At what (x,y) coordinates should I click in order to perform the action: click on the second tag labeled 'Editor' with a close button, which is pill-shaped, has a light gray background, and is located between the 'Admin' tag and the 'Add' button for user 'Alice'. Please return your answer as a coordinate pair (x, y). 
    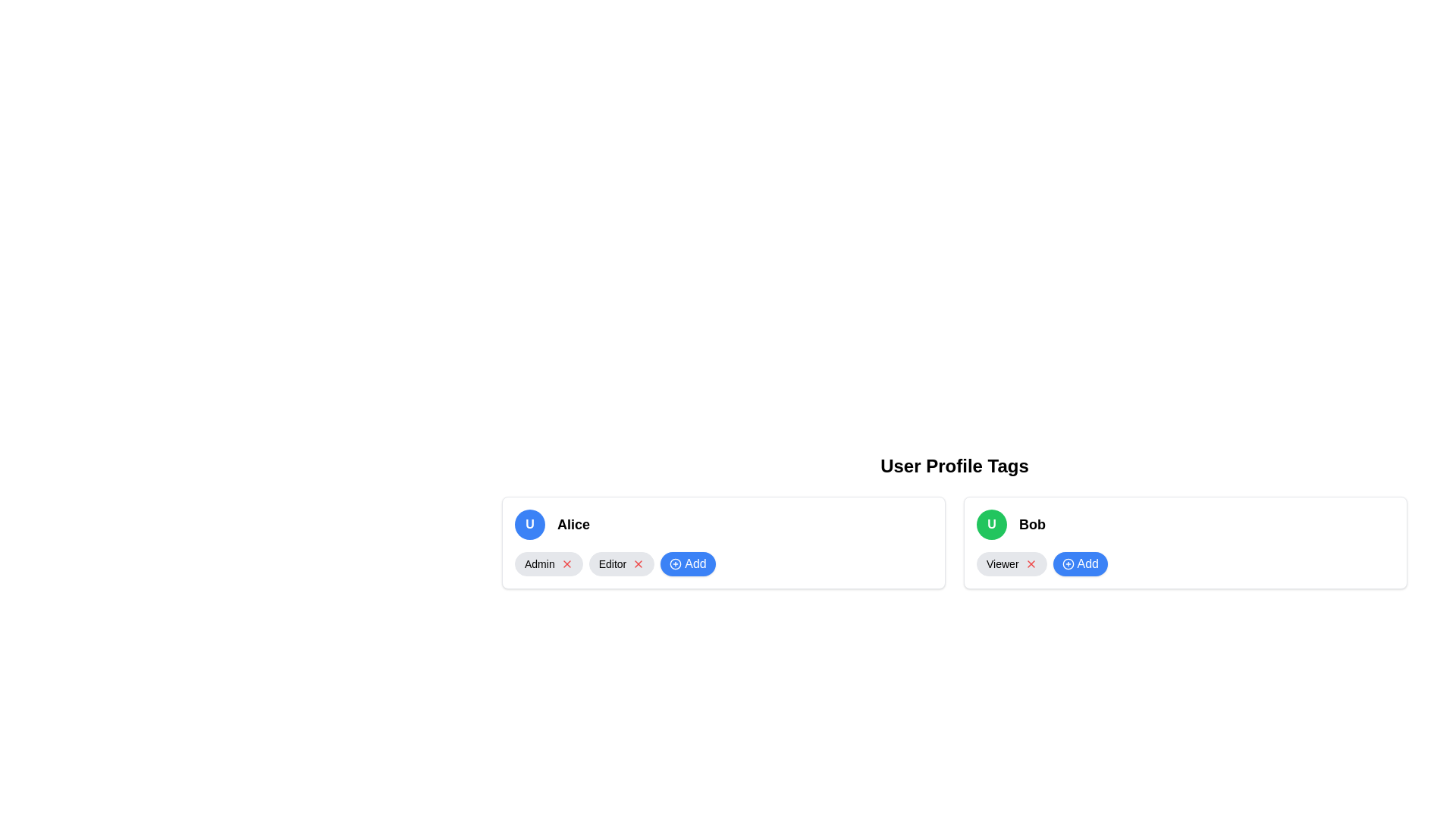
    Looking at the image, I should click on (622, 564).